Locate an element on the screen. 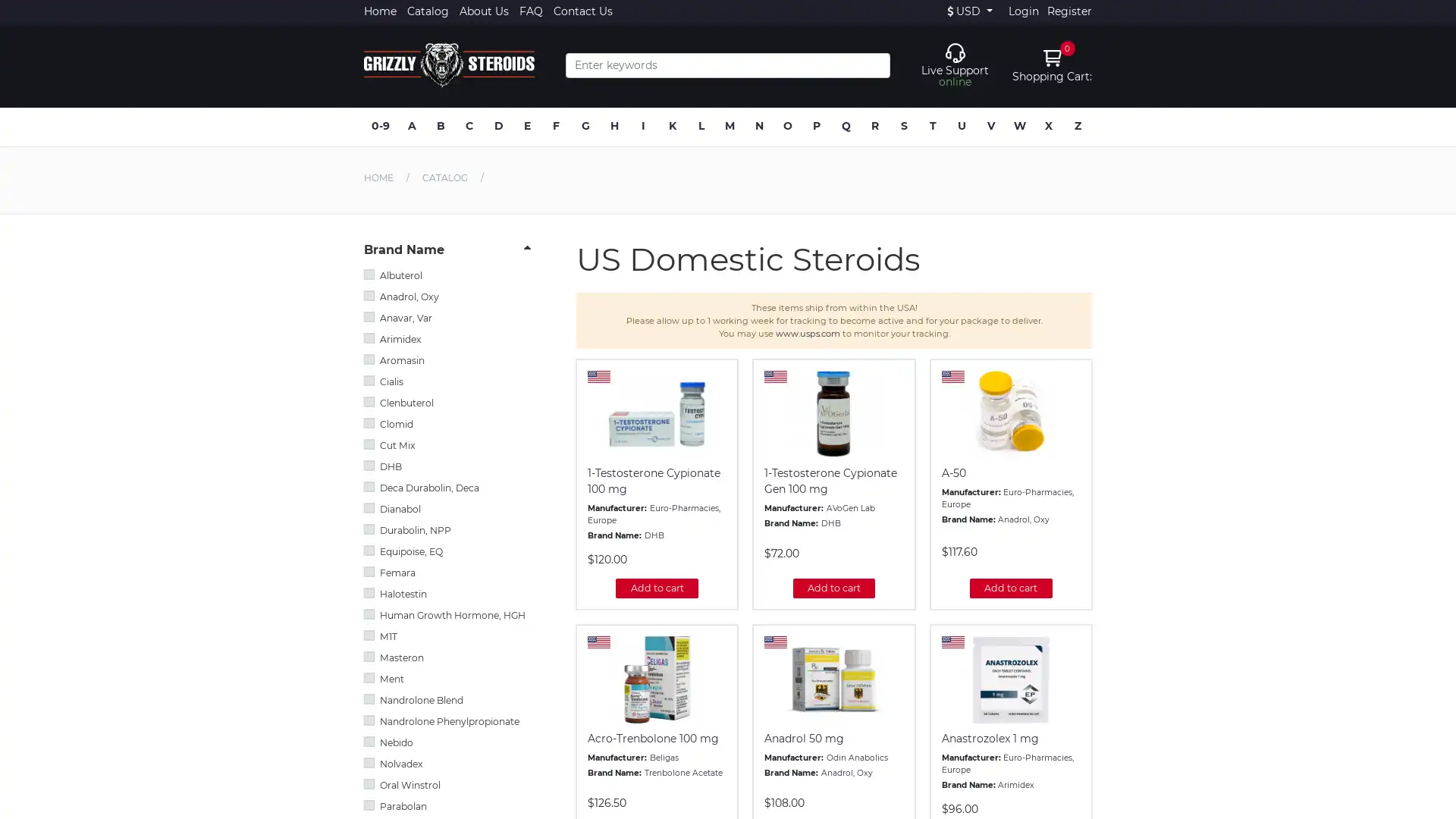  Register is located at coordinates (1068, 11).